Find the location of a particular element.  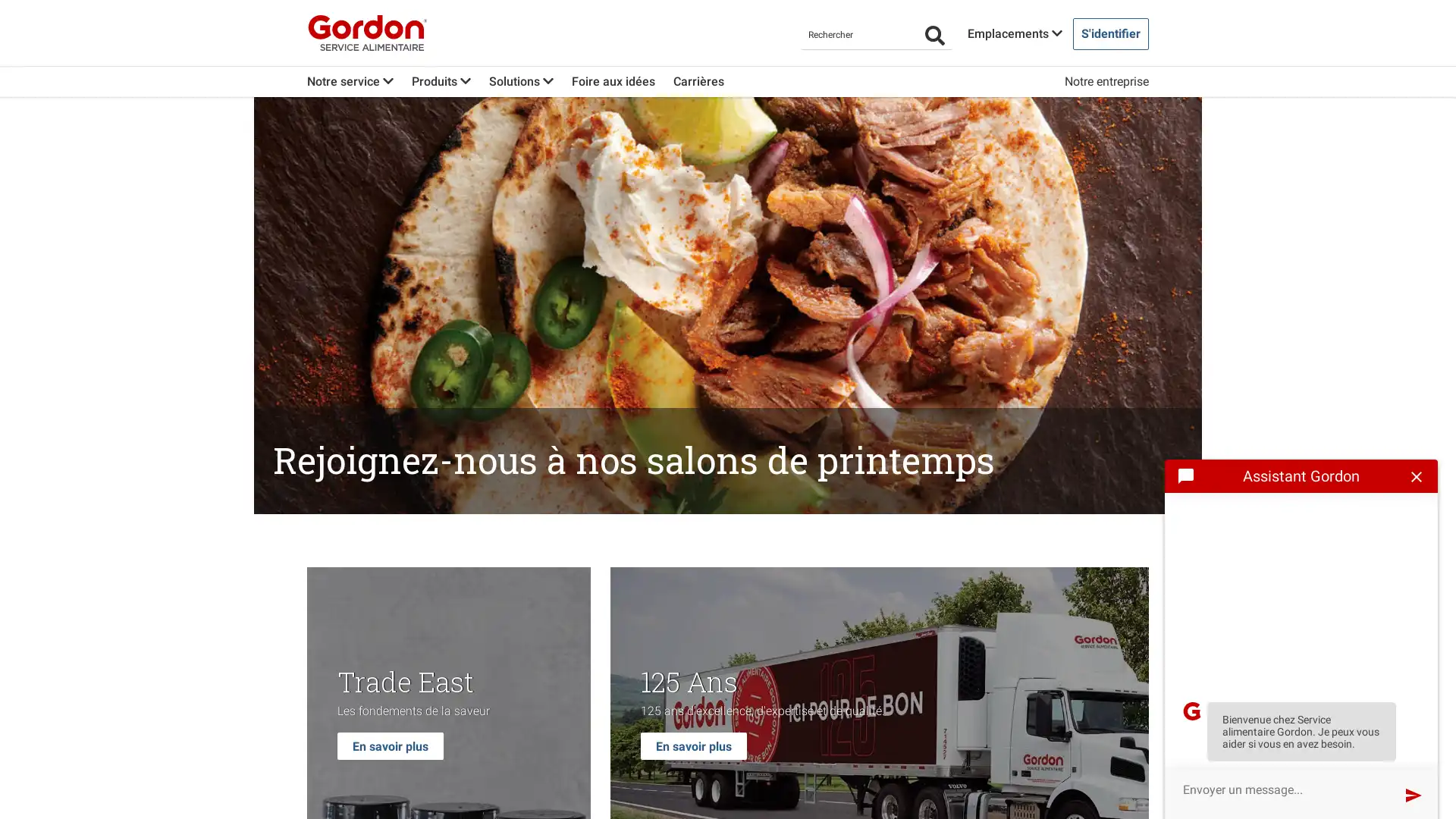

Rechercher is located at coordinates (934, 34).